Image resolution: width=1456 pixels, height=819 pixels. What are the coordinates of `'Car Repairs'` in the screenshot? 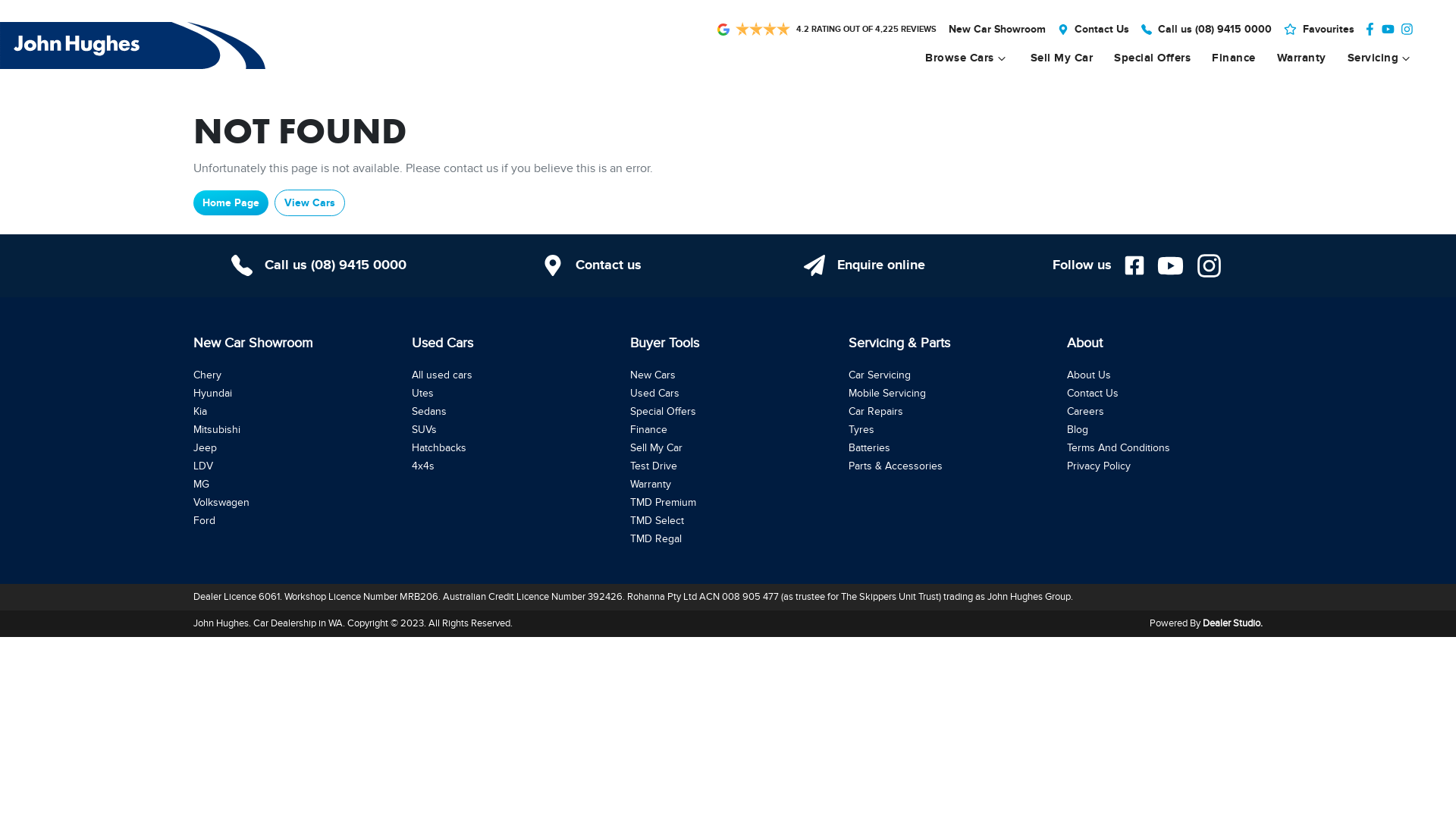 It's located at (876, 411).